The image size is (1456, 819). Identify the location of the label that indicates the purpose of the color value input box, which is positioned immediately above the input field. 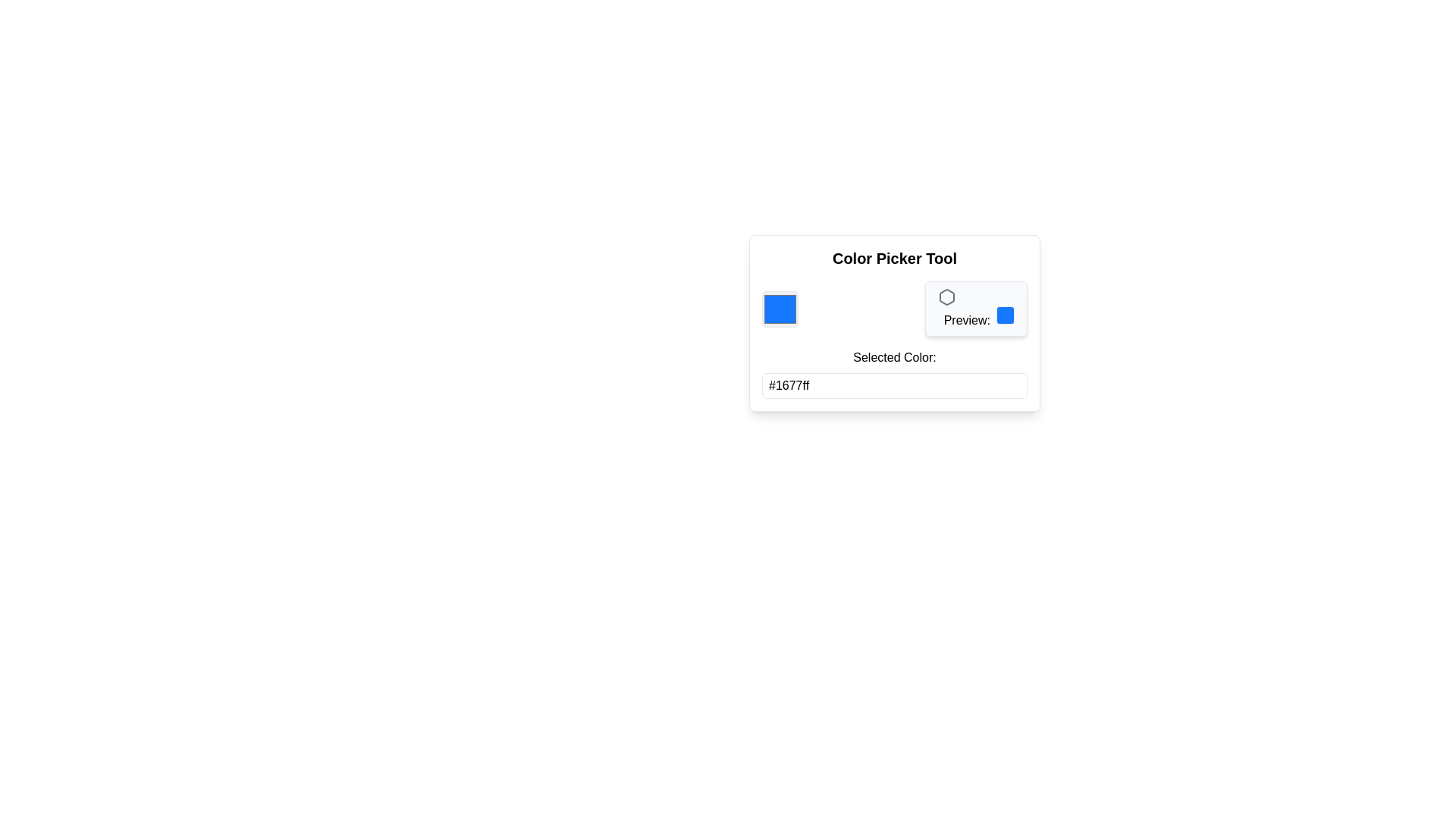
(895, 357).